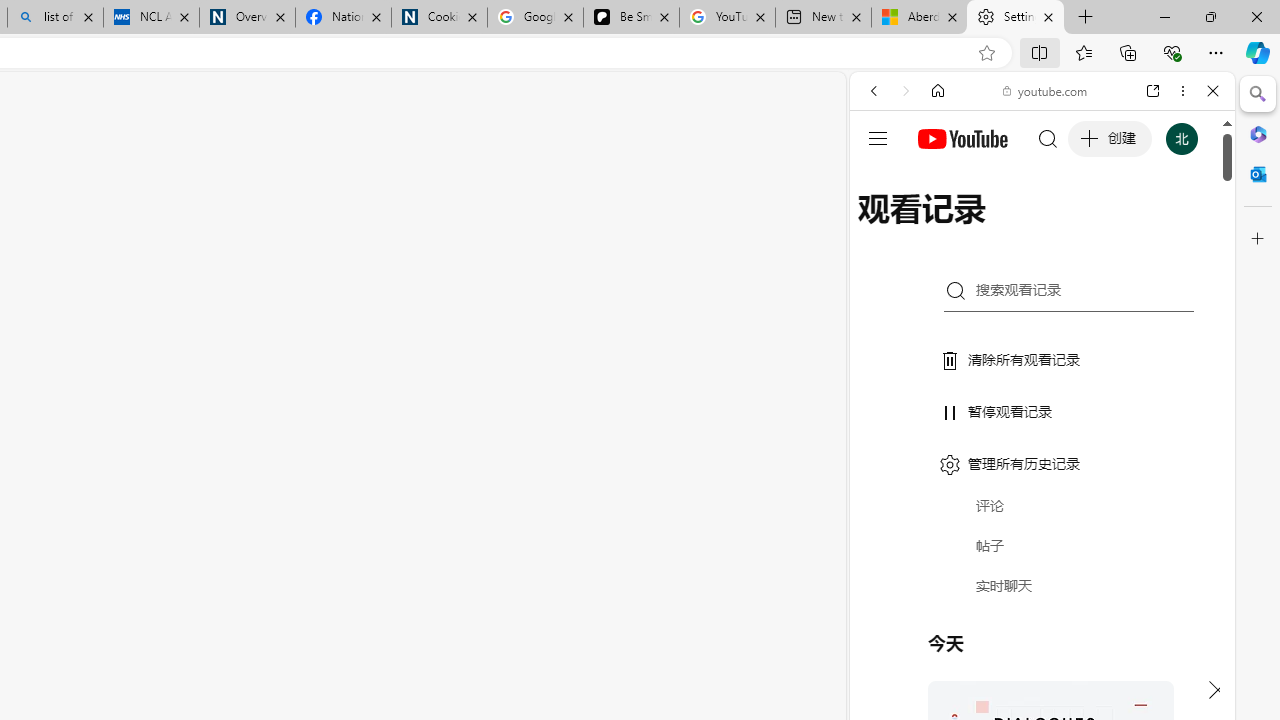  Describe the element at coordinates (438, 17) in the screenshot. I see `'Cookies'` at that location.